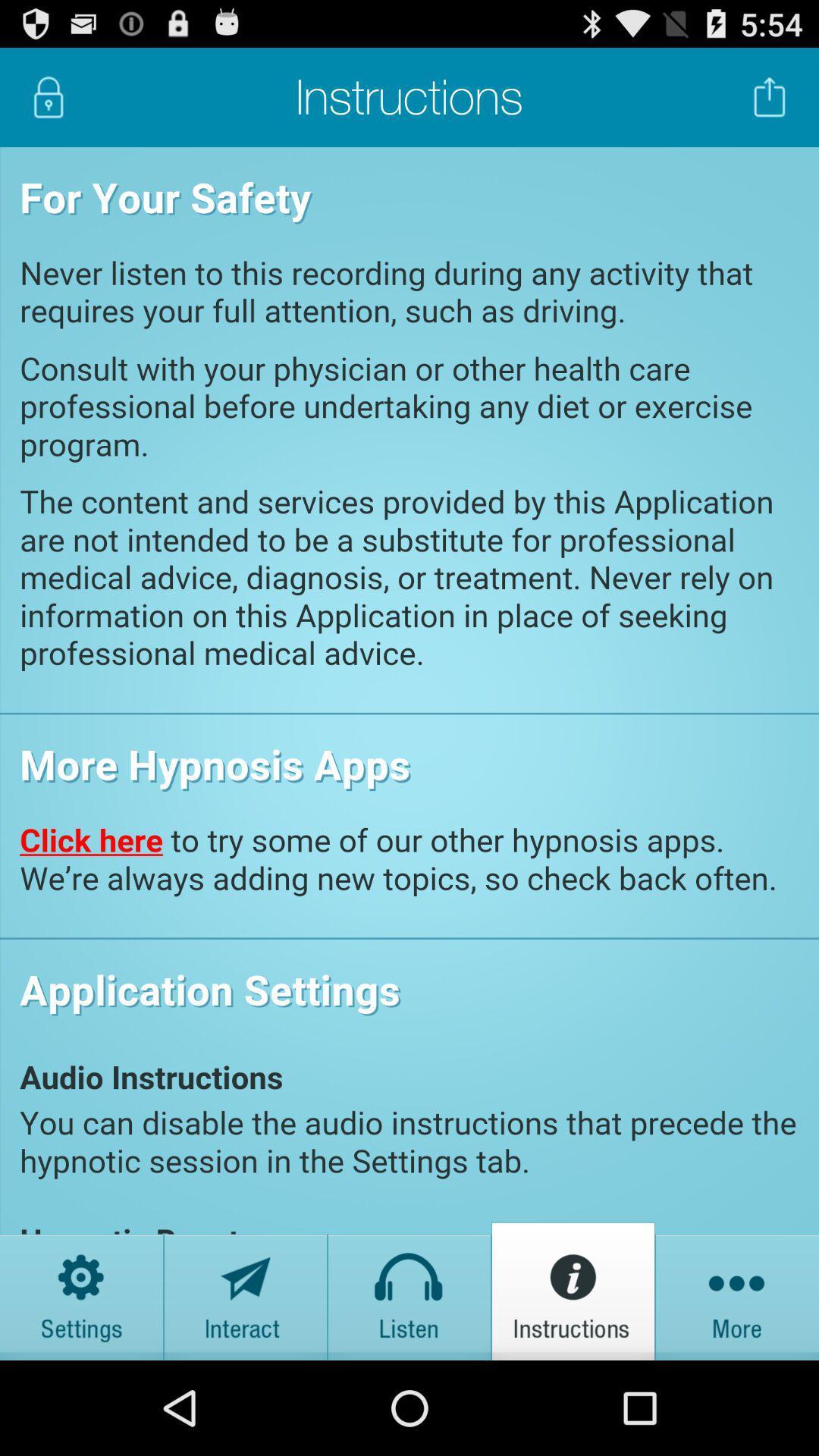 The image size is (819, 1456). What do you see at coordinates (409, 1290) in the screenshot?
I see `listen option` at bounding box center [409, 1290].